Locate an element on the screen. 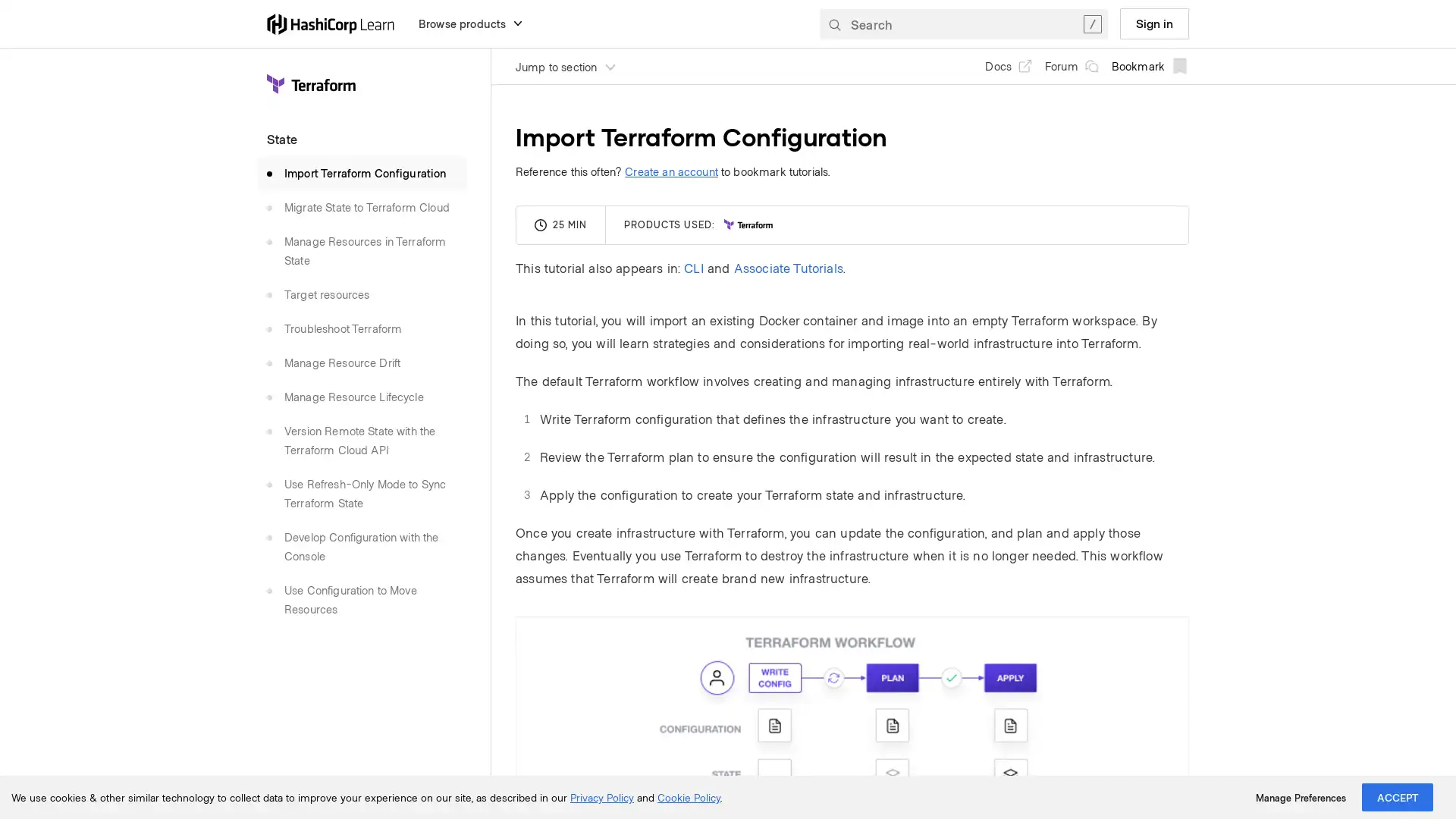  ACCEPT is located at coordinates (1397, 796).